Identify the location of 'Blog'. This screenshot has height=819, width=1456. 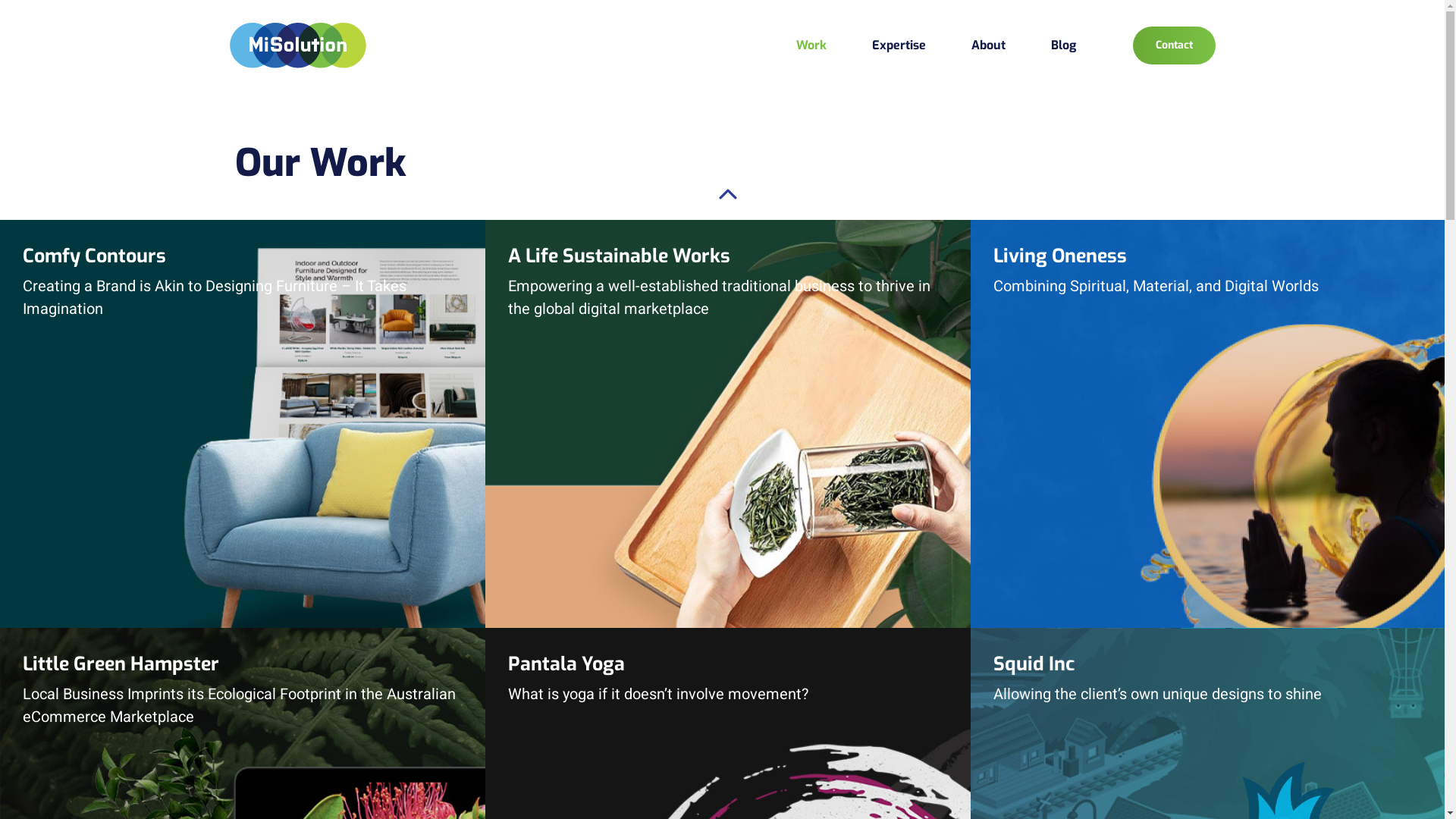
(1062, 44).